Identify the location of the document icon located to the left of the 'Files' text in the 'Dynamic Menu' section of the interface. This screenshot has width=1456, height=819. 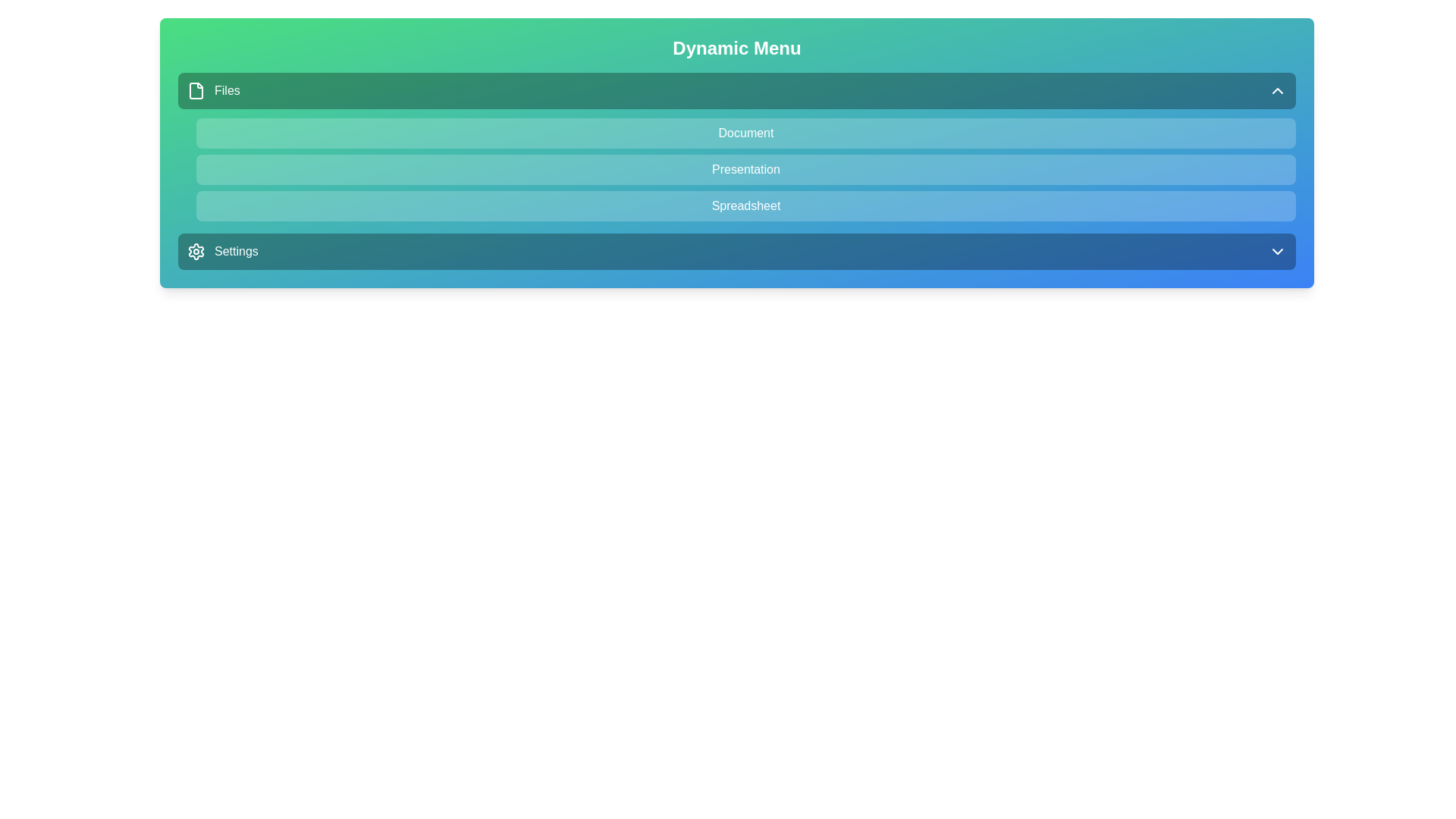
(196, 90).